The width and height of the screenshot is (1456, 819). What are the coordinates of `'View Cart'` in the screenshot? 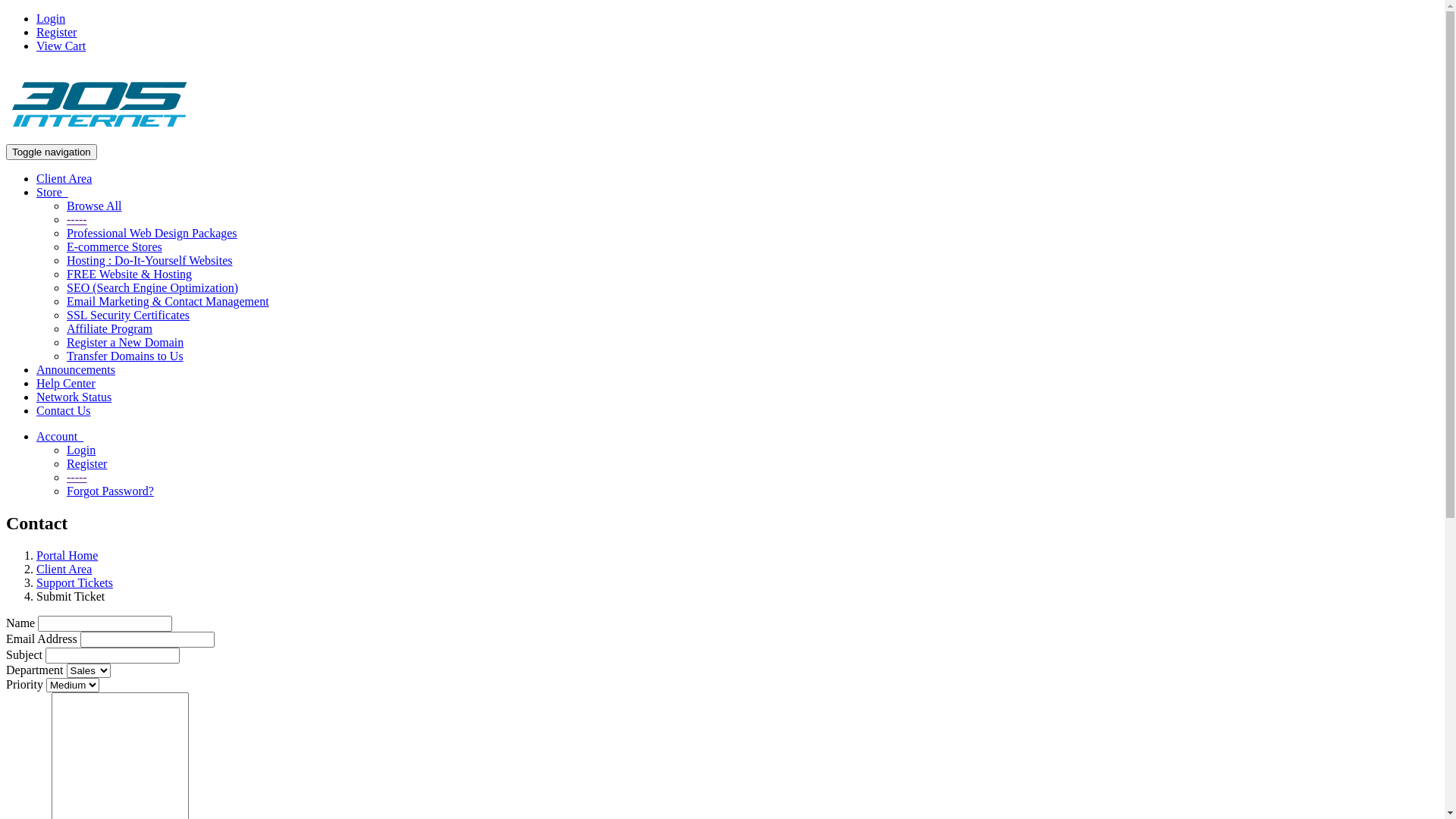 It's located at (61, 45).